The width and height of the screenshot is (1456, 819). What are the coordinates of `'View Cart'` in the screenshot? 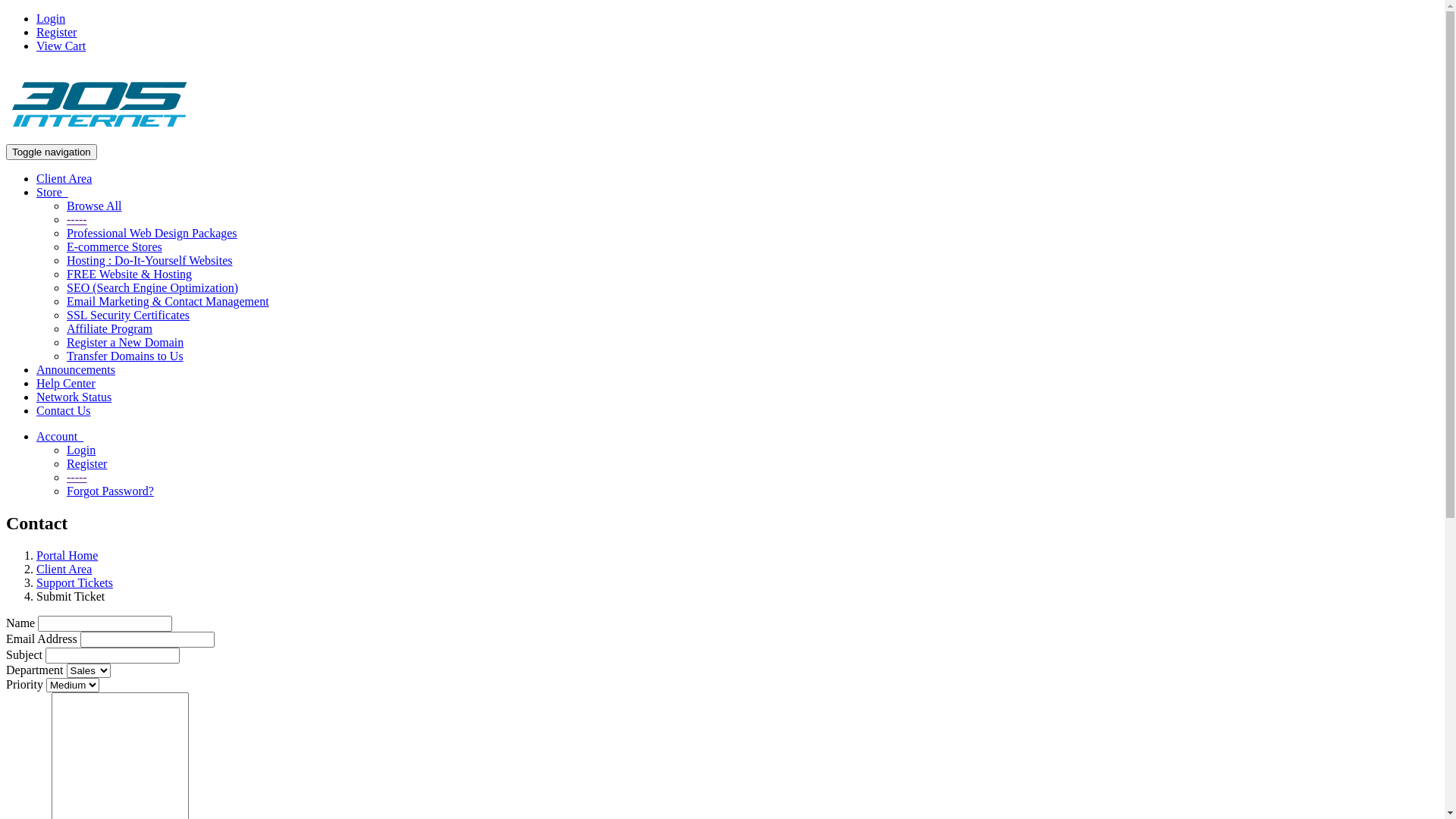 It's located at (61, 45).